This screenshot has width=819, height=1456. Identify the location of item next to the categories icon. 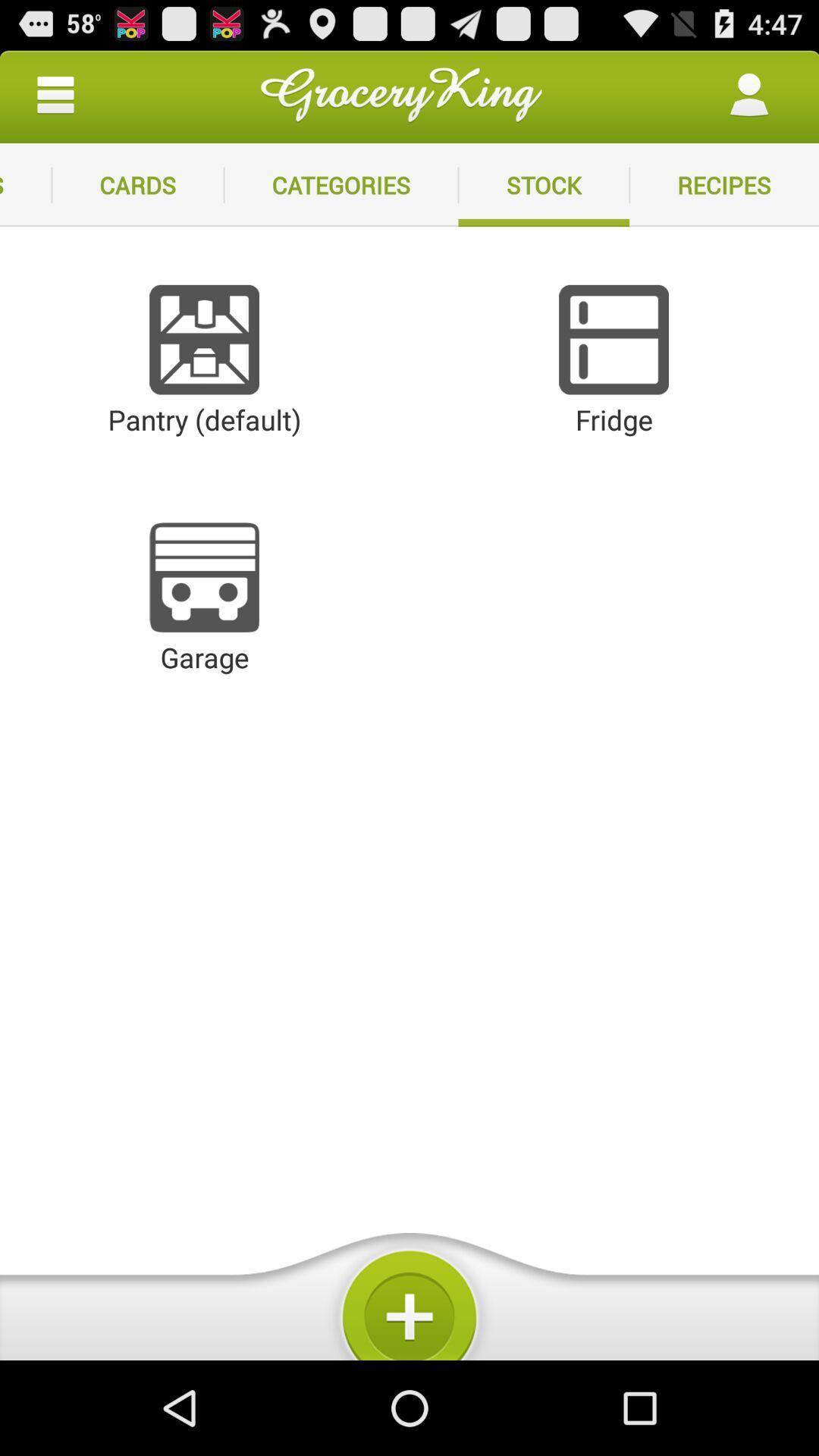
(137, 184).